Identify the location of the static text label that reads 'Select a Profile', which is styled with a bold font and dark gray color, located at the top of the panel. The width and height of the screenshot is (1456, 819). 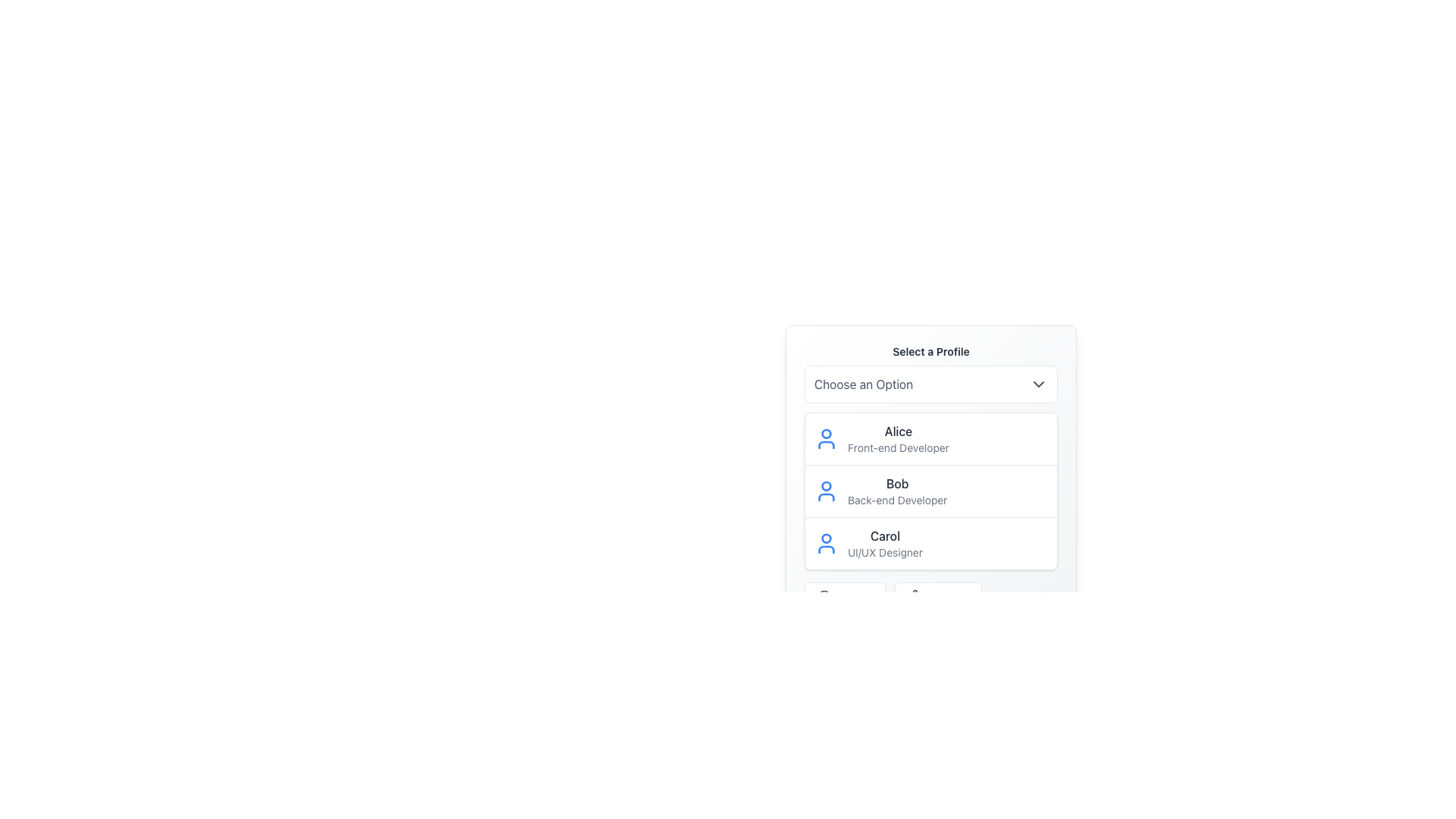
(930, 351).